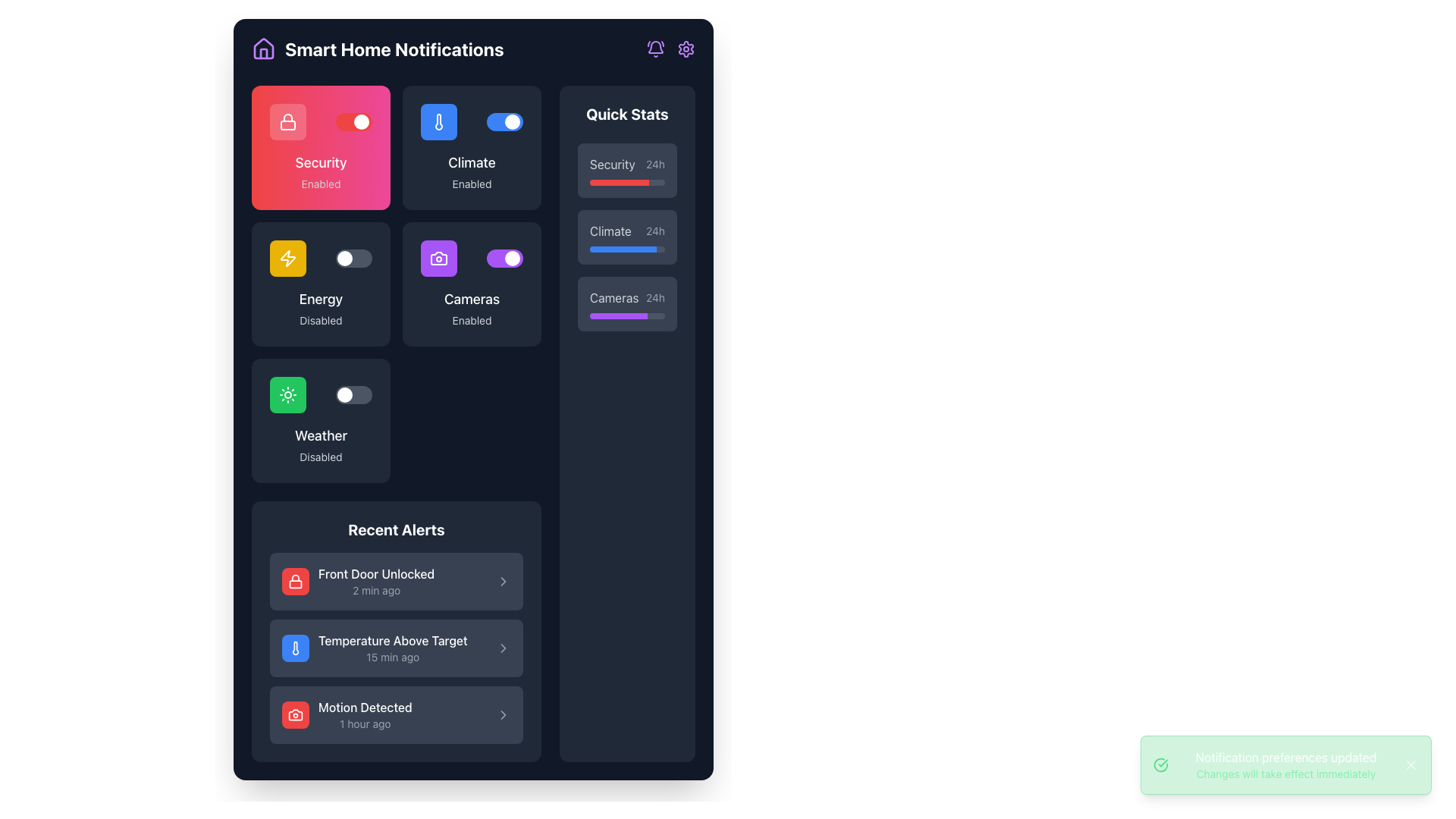 This screenshot has height=819, width=1456. Describe the element at coordinates (627, 304) in the screenshot. I see `the third item in the 'Quick Stats' section, which shows status and performance statistics for cameras over the latest 24-hour period` at that location.